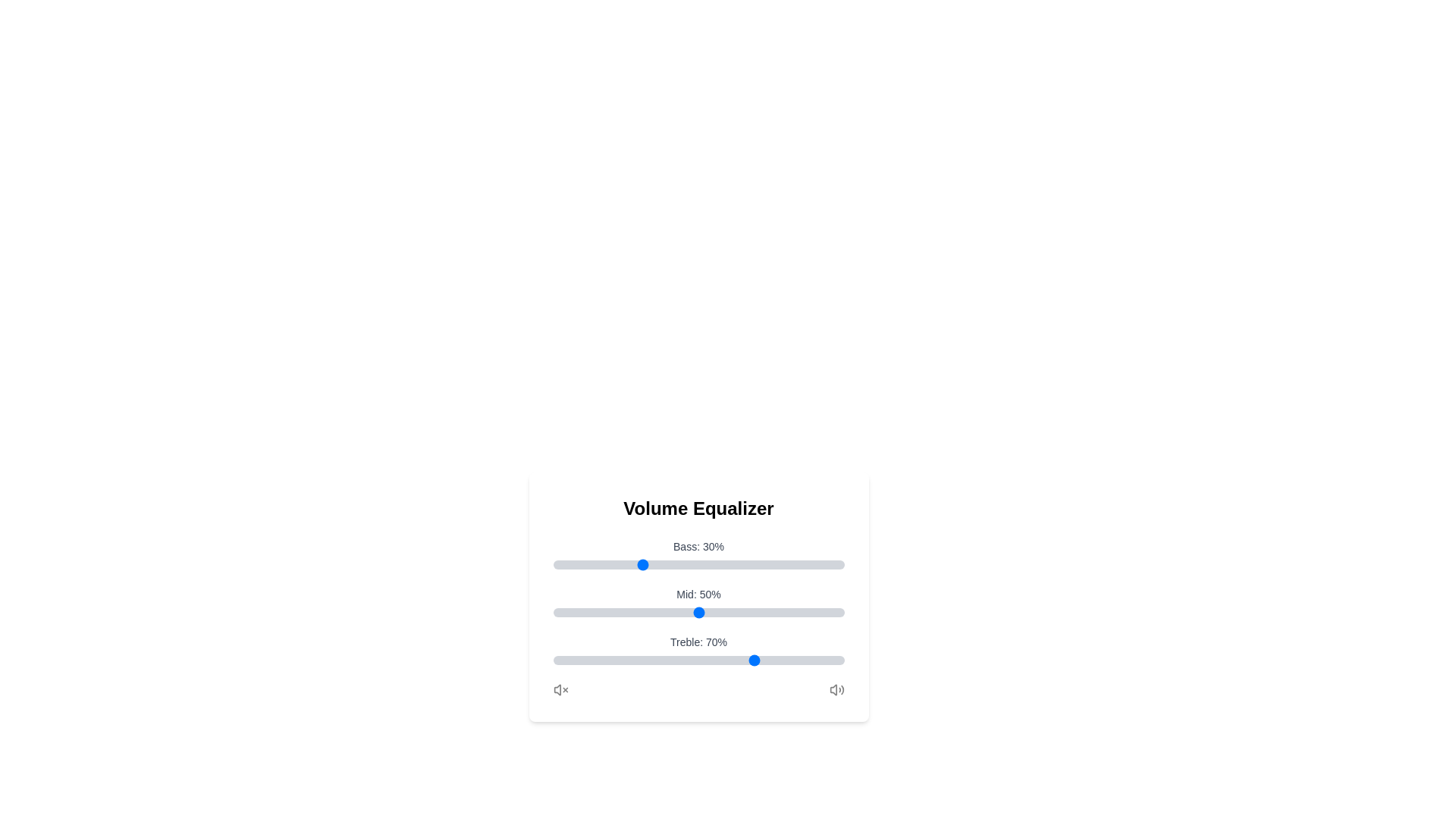  What do you see at coordinates (837, 660) in the screenshot?
I see `the Treble slider to 98%` at bounding box center [837, 660].